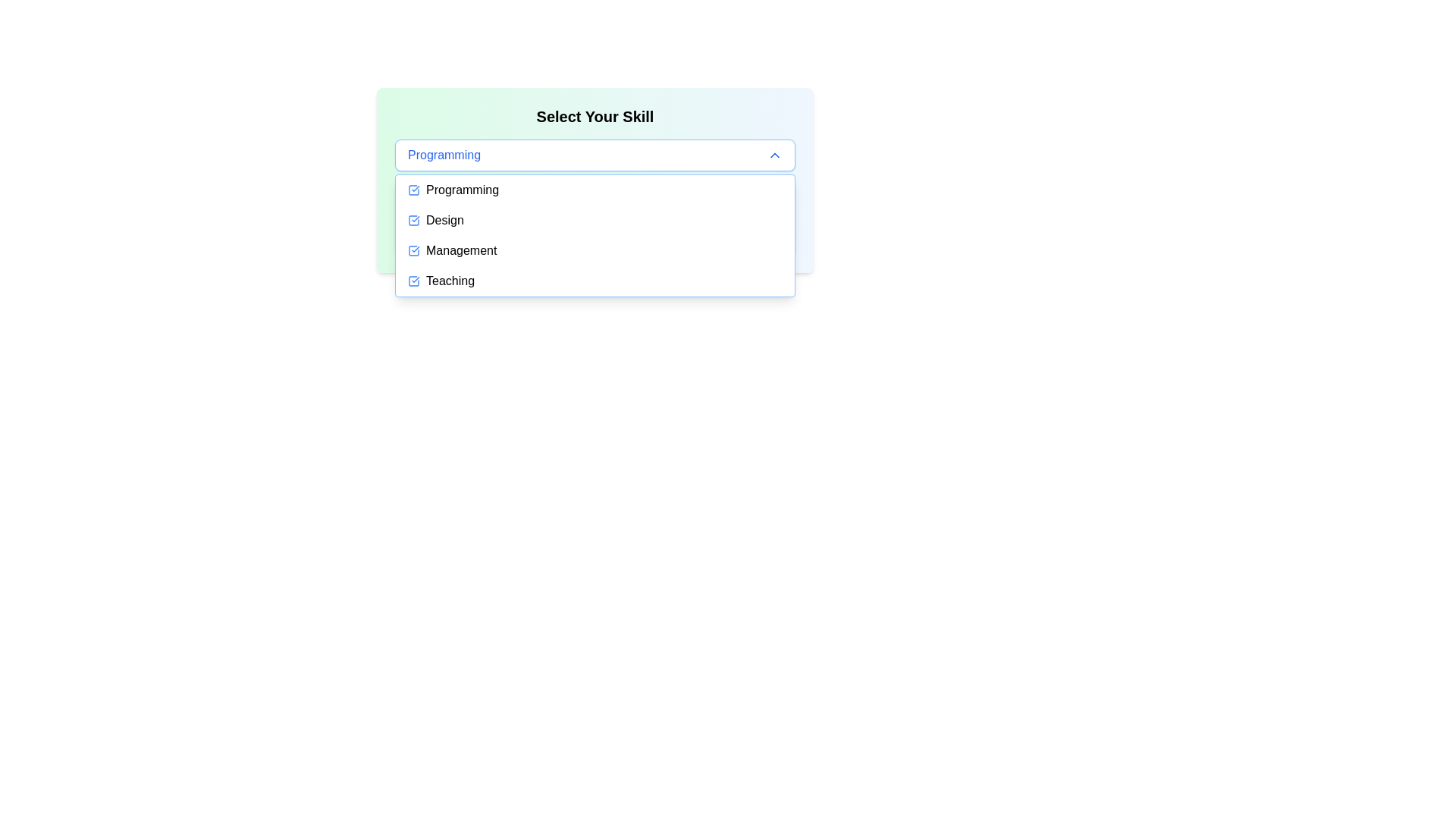 Image resolution: width=1456 pixels, height=819 pixels. Describe the element at coordinates (775, 155) in the screenshot. I see `the upward-facing chevron-shaped arrow icon for dropdown toggle, positioned to the far right of the 'Programming' text` at that location.